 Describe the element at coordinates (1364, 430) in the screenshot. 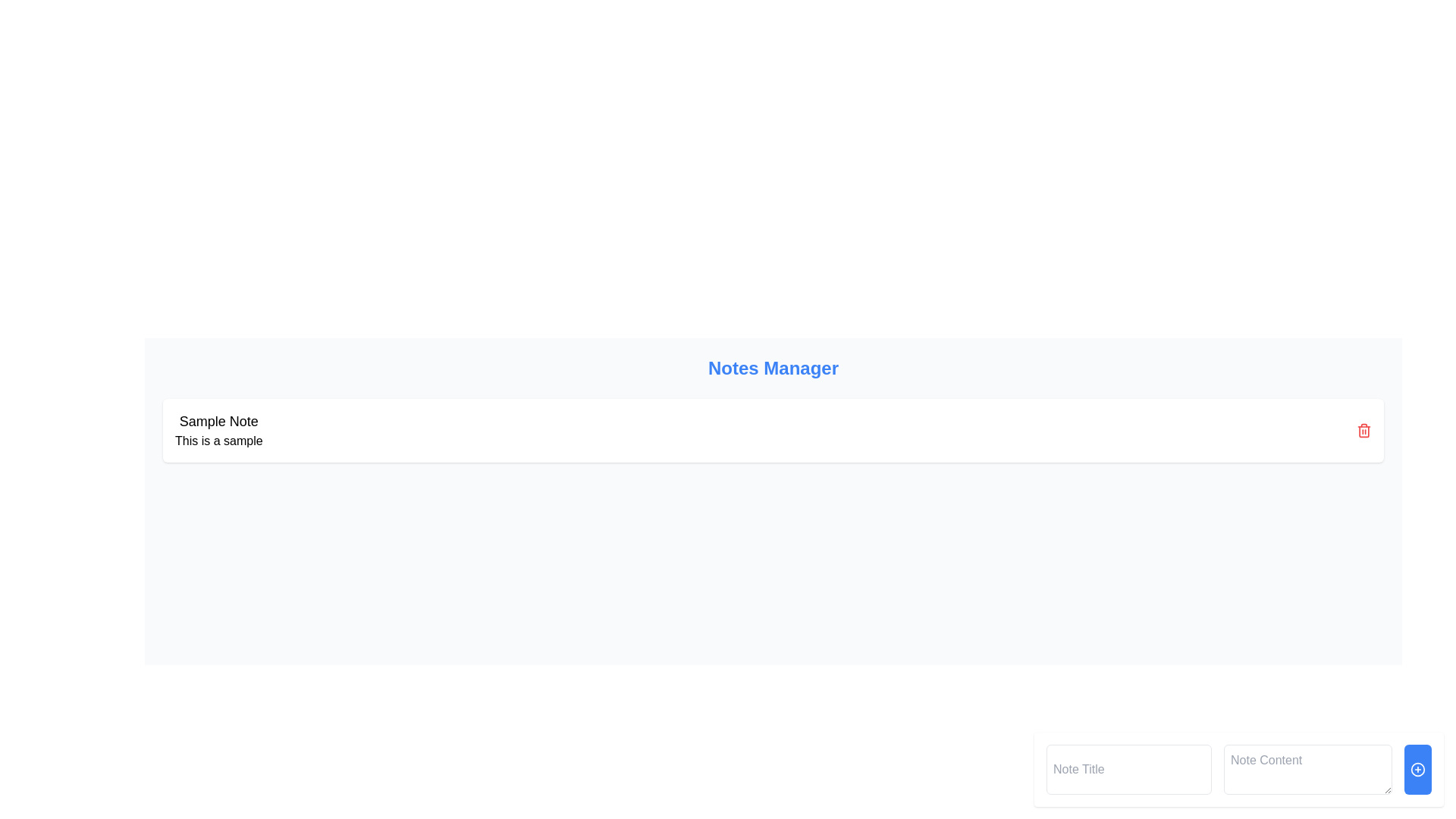

I see `the red trash bin icon` at that location.